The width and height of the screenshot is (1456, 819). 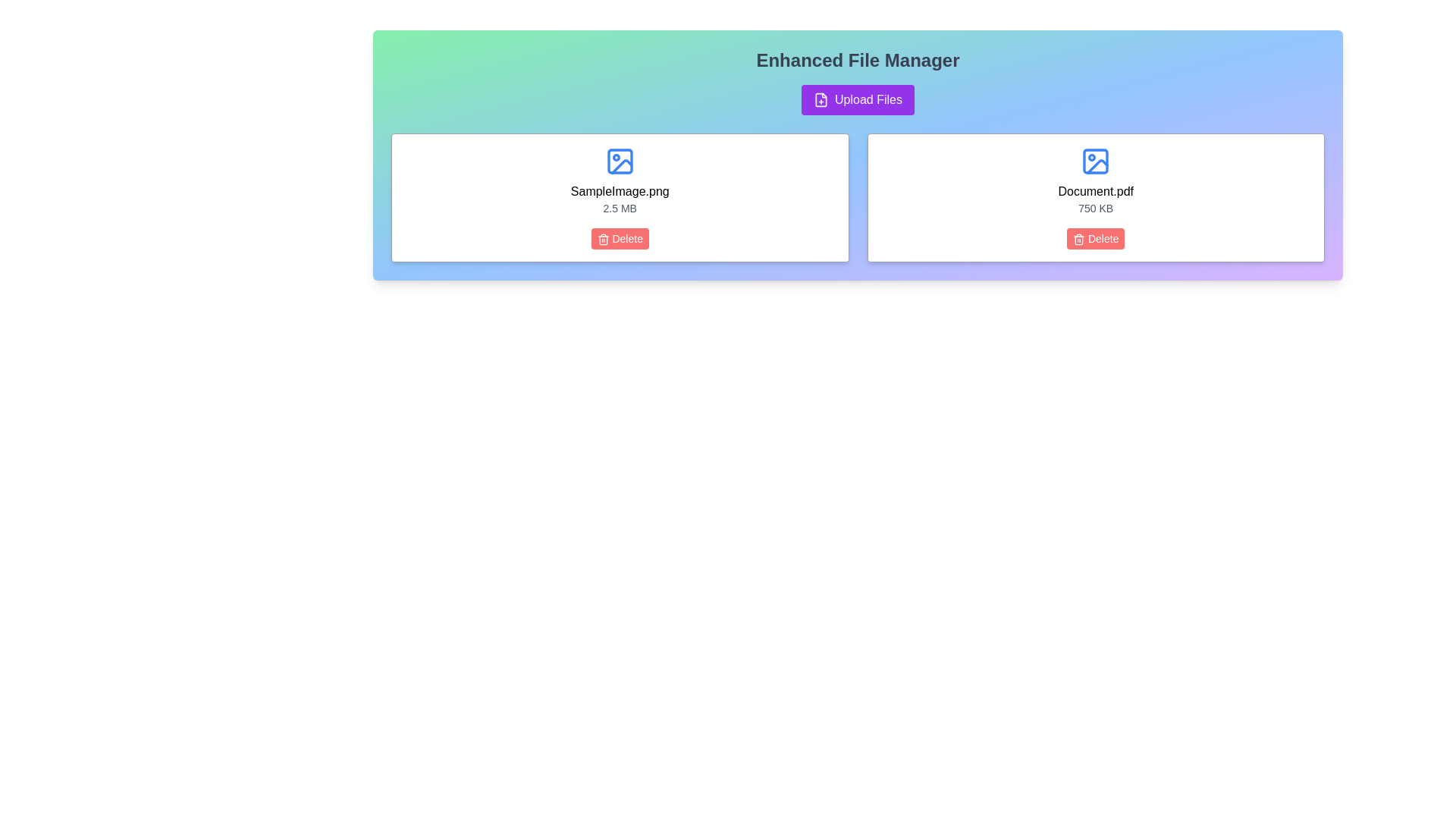 What do you see at coordinates (620, 239) in the screenshot?
I see `the red 'Delete' button with a white trash icon located at the bottom of the card displaying details about 'SampleImage.png'` at bounding box center [620, 239].